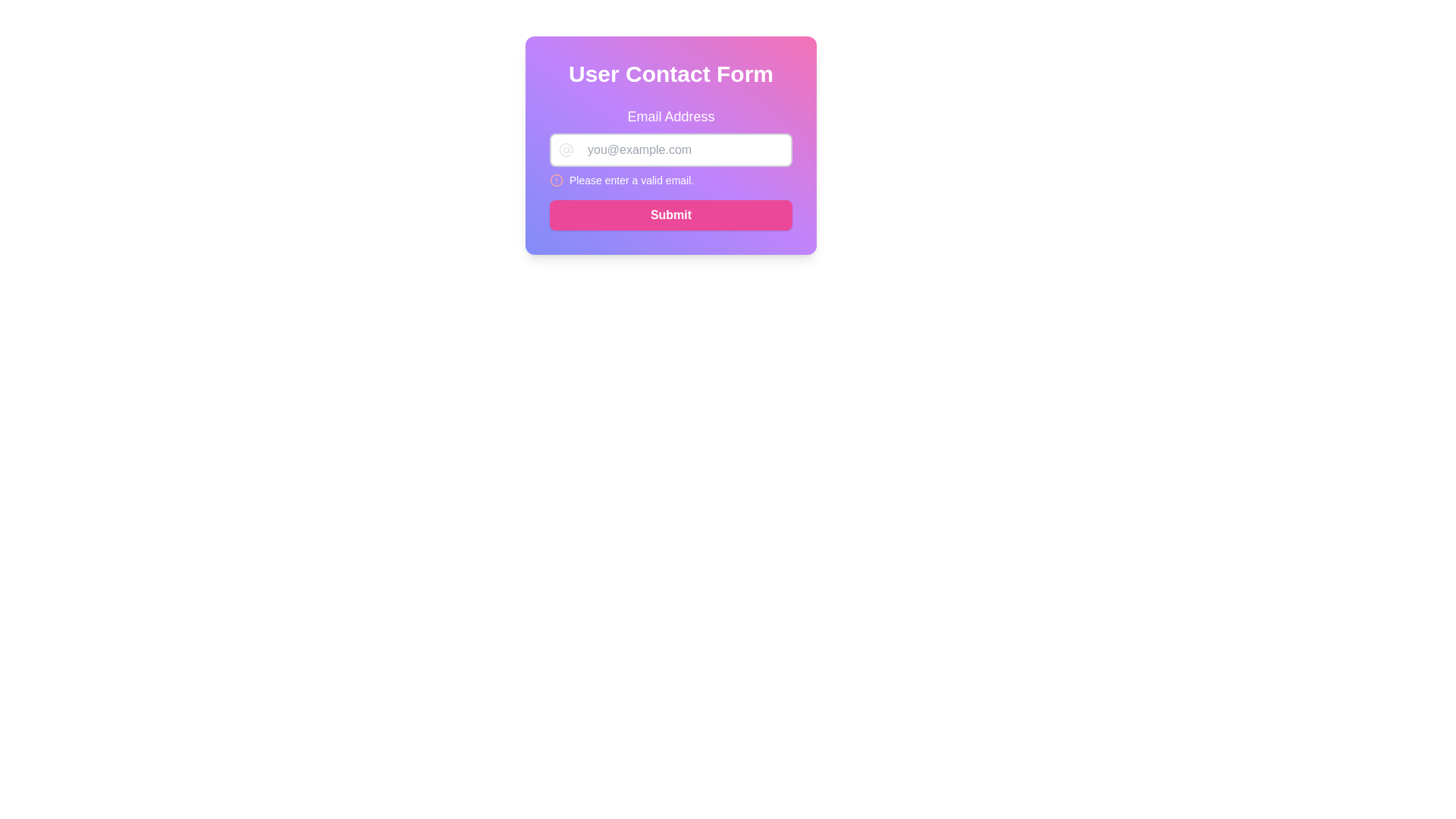  I want to click on the text label displaying 'Please enter a valid email', which is styled in plain white font and positioned to the right of a red circular alert icon, indicating an invalid email status, so click(632, 180).